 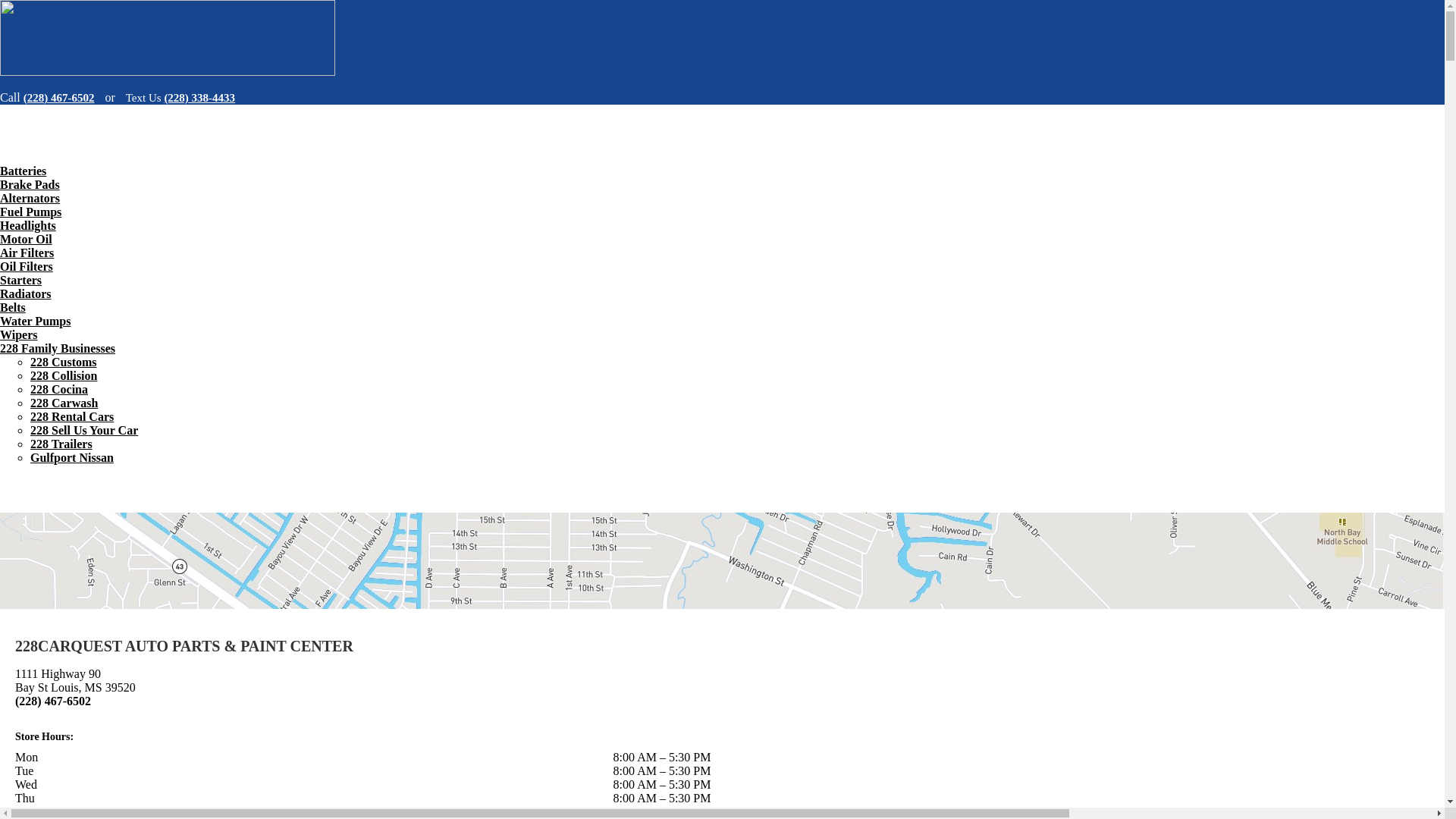 What do you see at coordinates (30, 212) in the screenshot?
I see `'Fuel Pumps'` at bounding box center [30, 212].